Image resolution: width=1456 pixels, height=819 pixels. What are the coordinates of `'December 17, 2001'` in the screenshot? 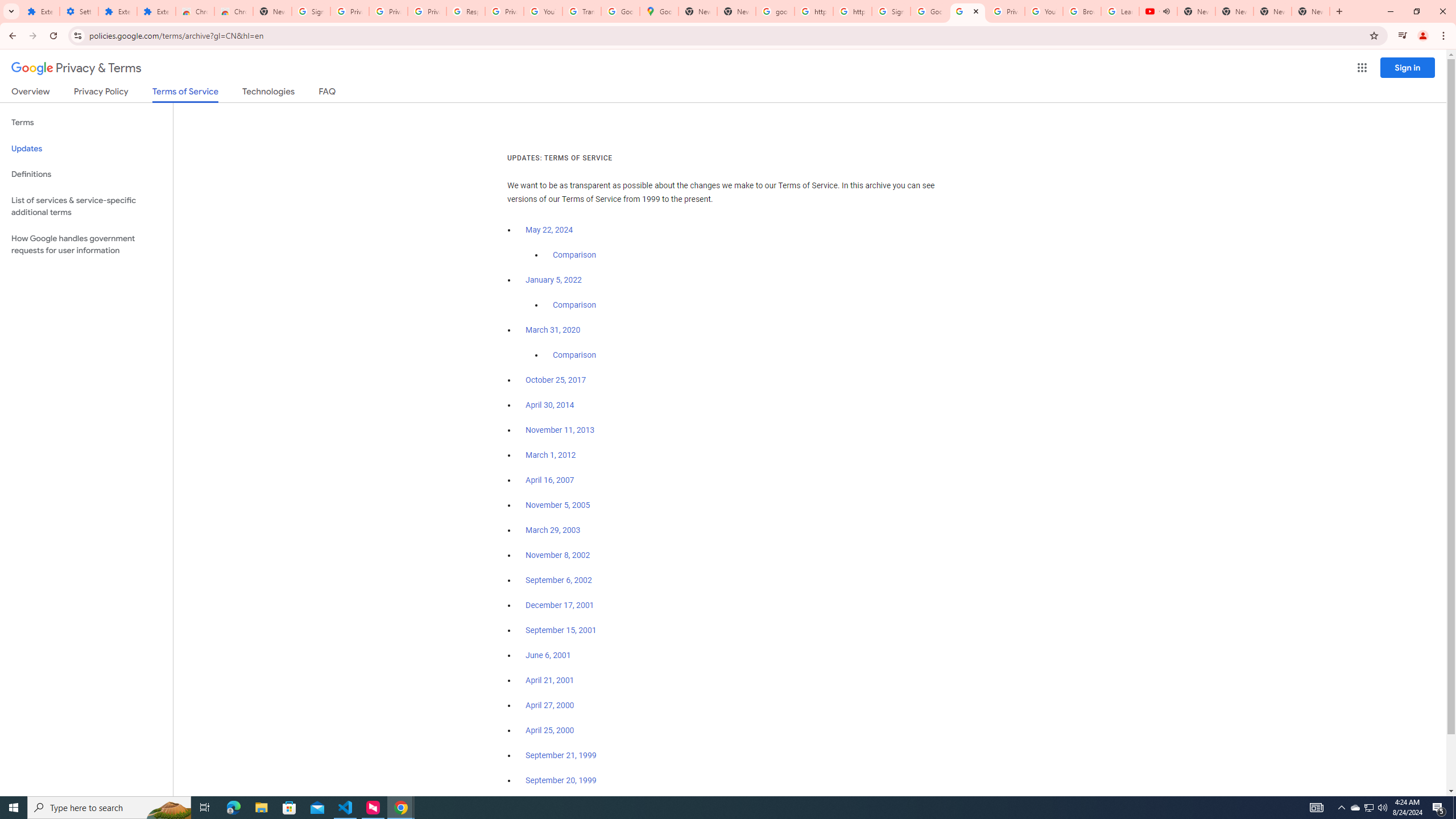 It's located at (559, 605).